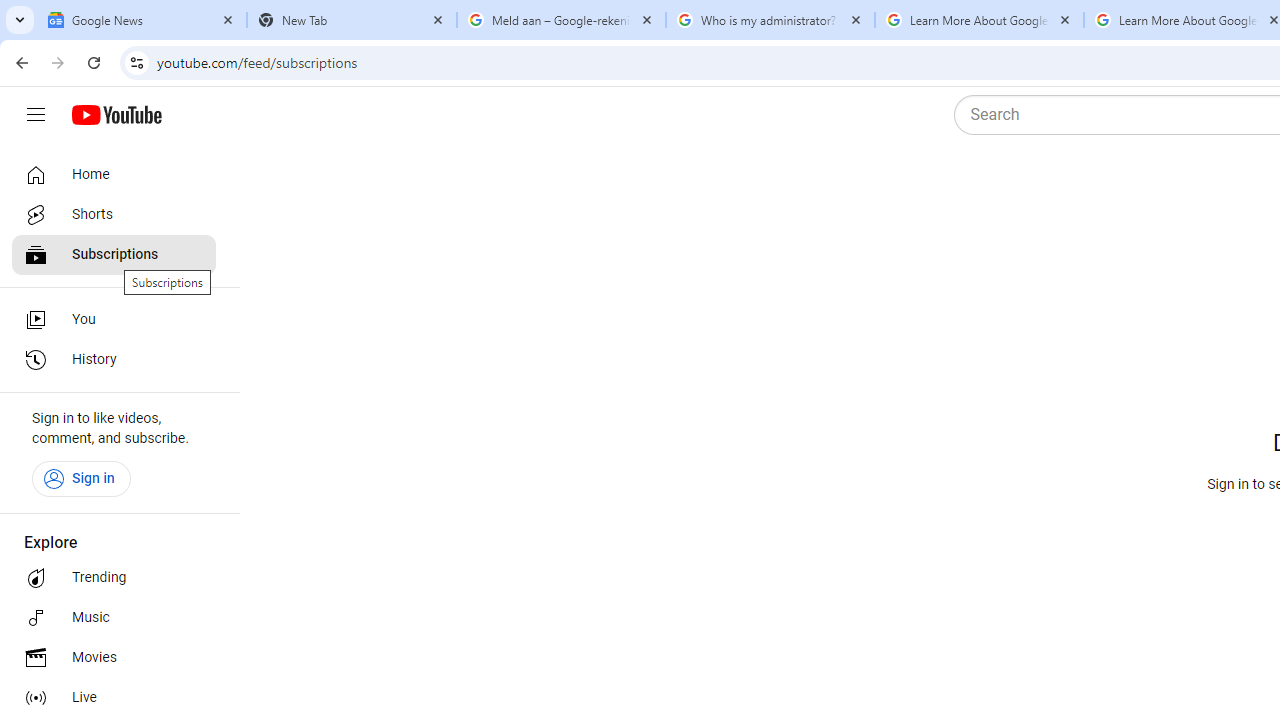  I want to click on 'Live', so click(112, 697).